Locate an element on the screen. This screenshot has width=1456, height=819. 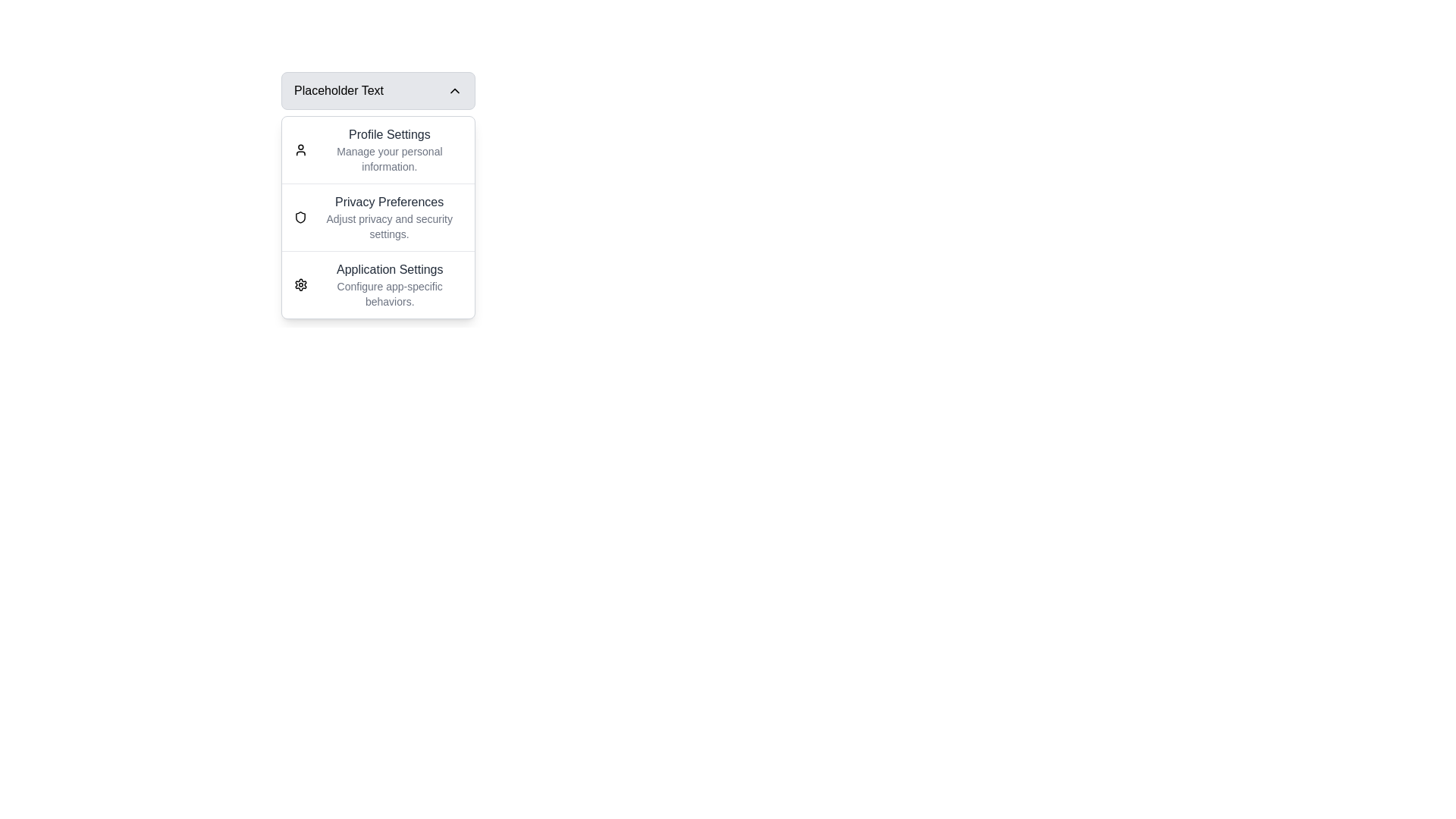
the shield icon located to the left of the 'Privacy Preferences' text in the second option of the vertical menu is located at coordinates (300, 217).